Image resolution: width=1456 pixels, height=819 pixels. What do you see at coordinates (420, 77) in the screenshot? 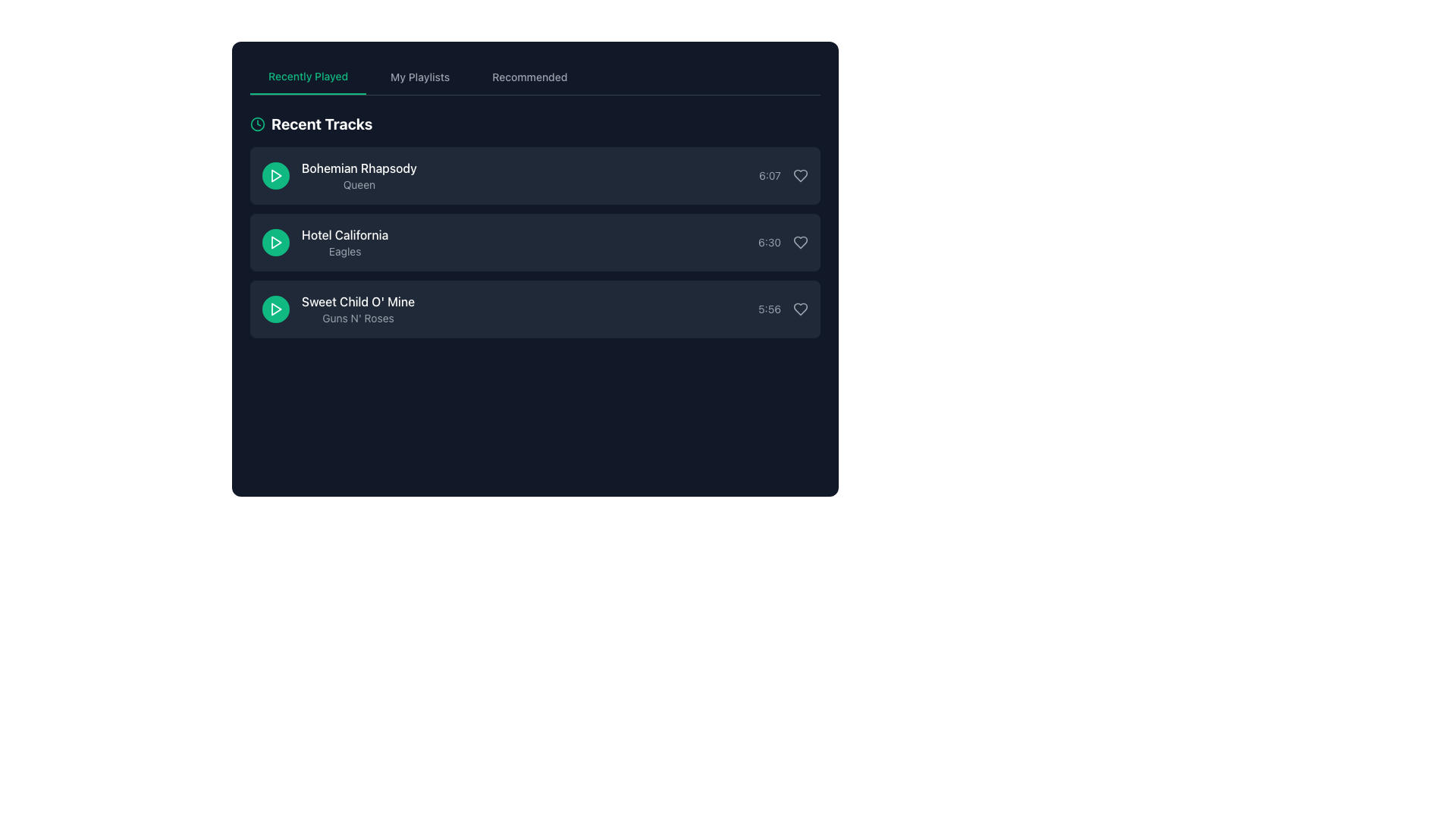
I see `the navigation button labeled 'My Playlists'` at bounding box center [420, 77].